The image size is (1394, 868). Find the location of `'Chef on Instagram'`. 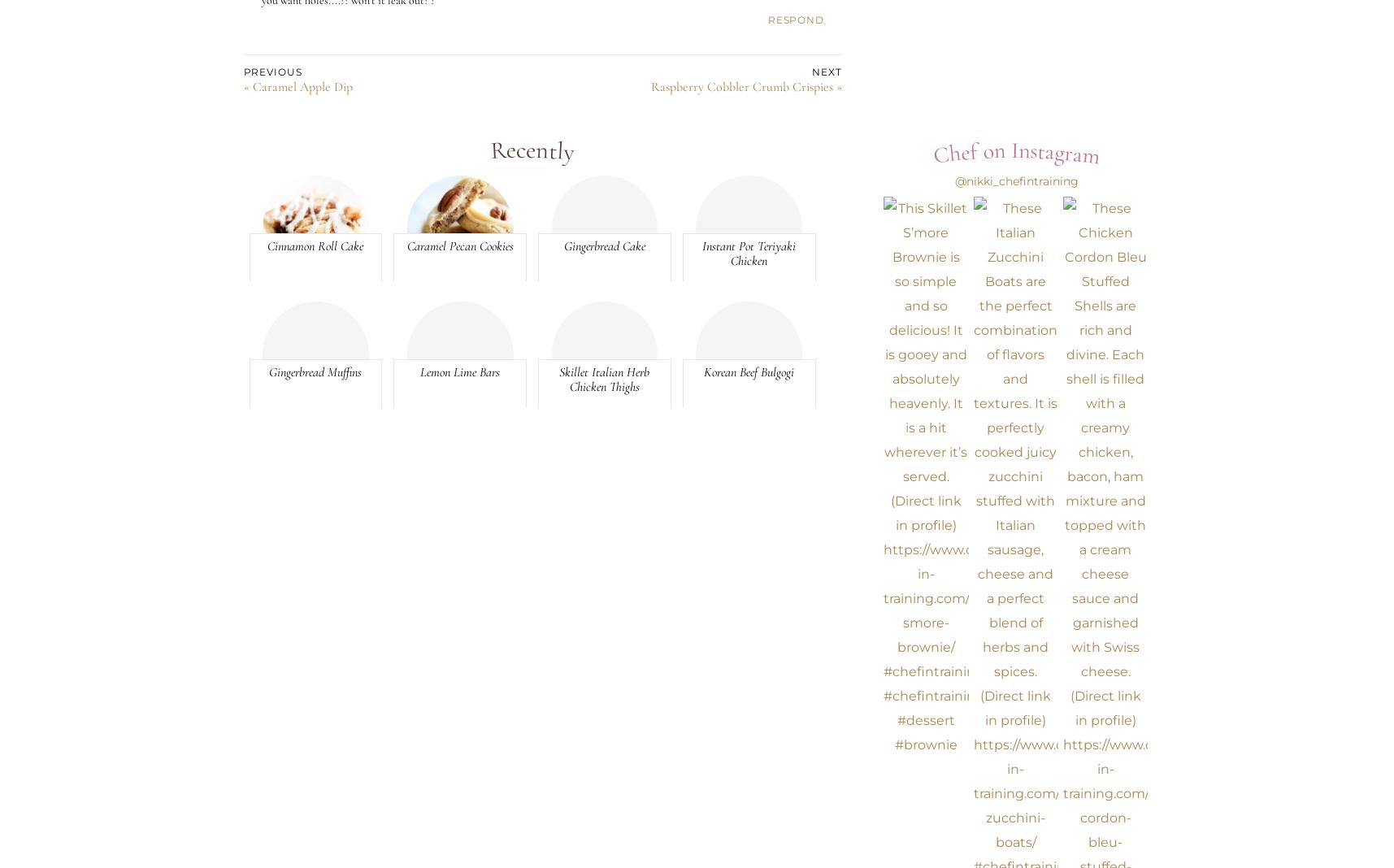

'Chef on Instagram' is located at coordinates (1015, 152).